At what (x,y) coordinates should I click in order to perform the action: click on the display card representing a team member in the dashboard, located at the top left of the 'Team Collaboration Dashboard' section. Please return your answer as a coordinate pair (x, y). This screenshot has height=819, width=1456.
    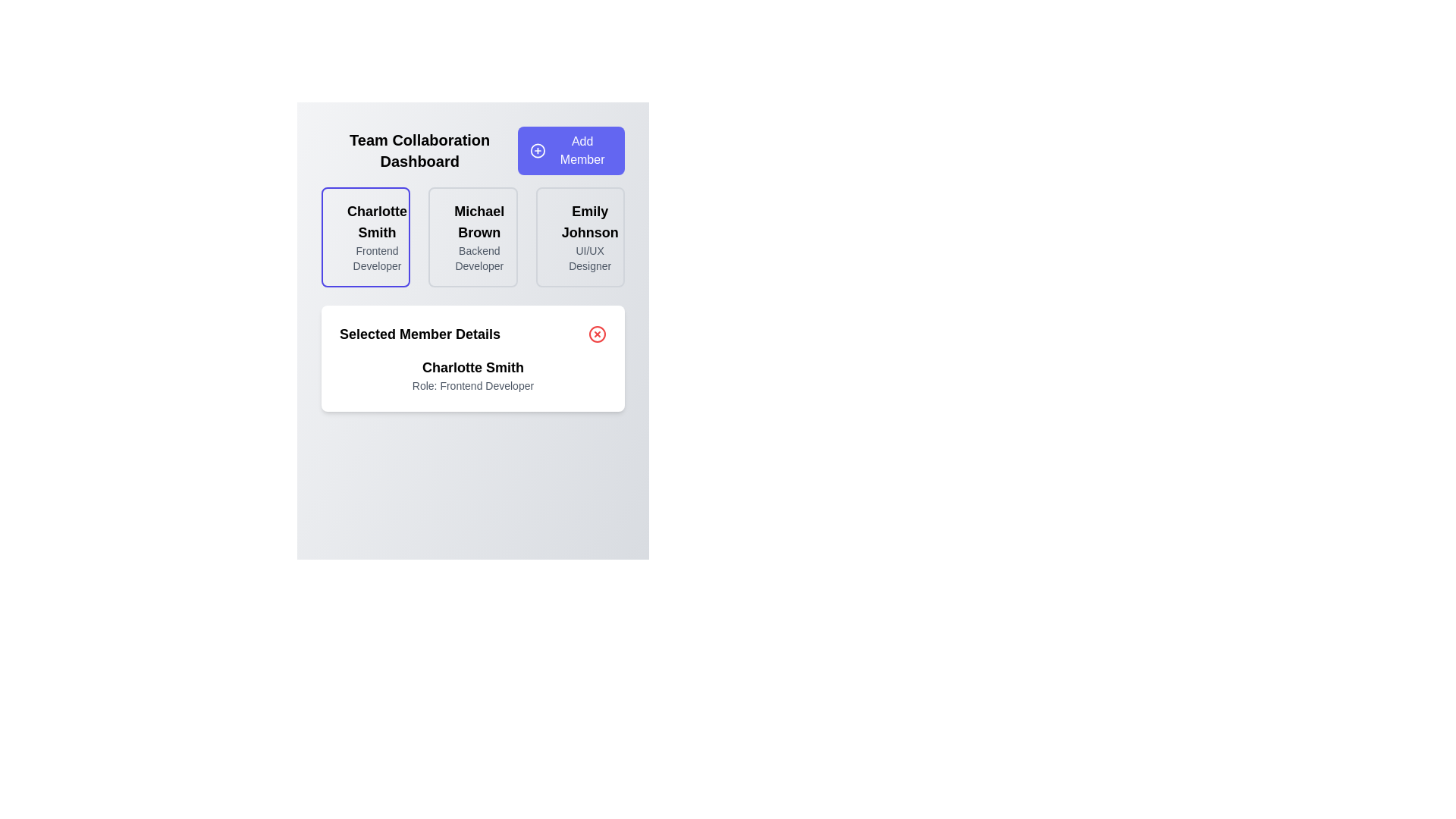
    Looking at the image, I should click on (377, 237).